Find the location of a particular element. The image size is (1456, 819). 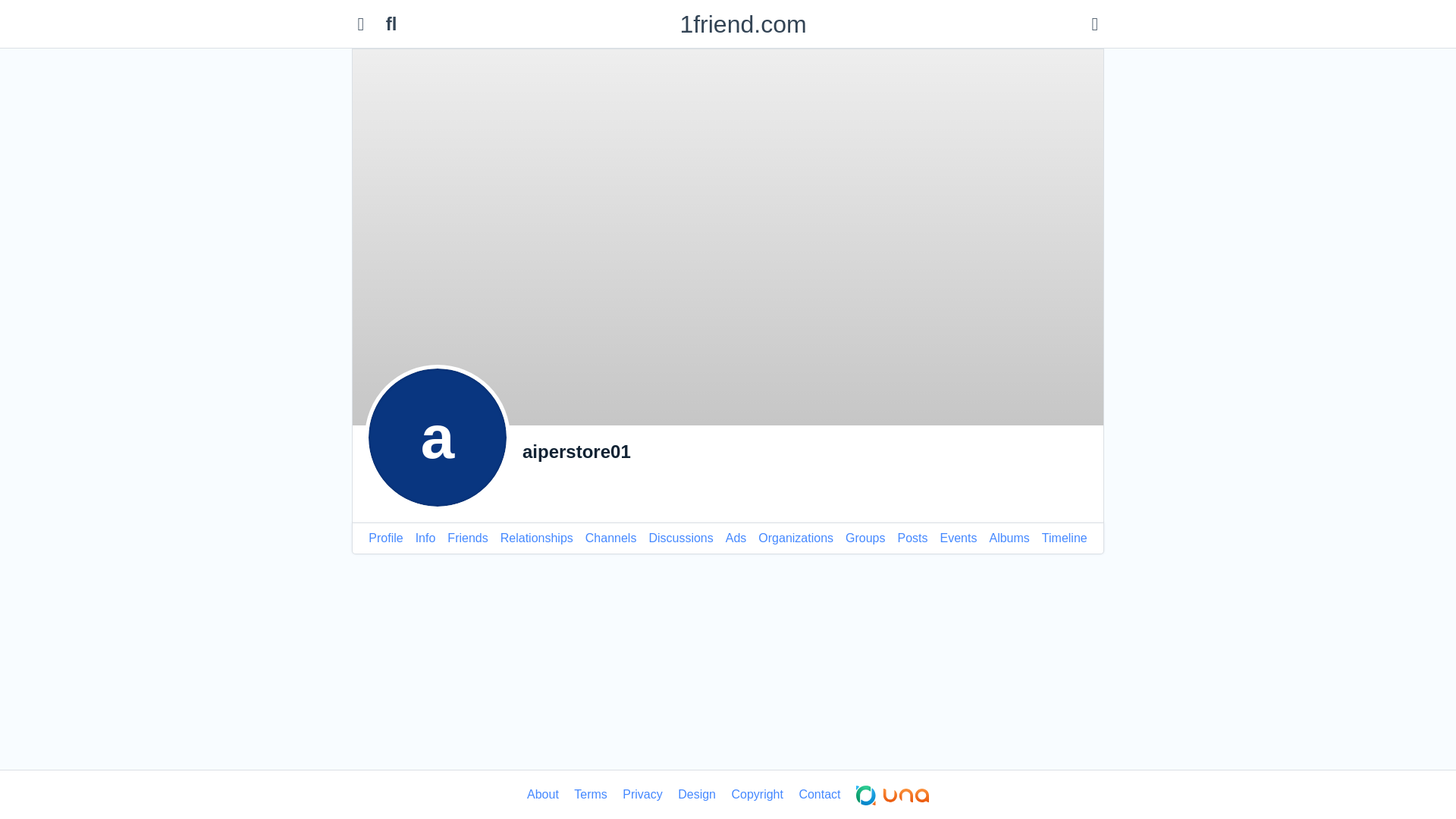

'Groups' is located at coordinates (865, 537).